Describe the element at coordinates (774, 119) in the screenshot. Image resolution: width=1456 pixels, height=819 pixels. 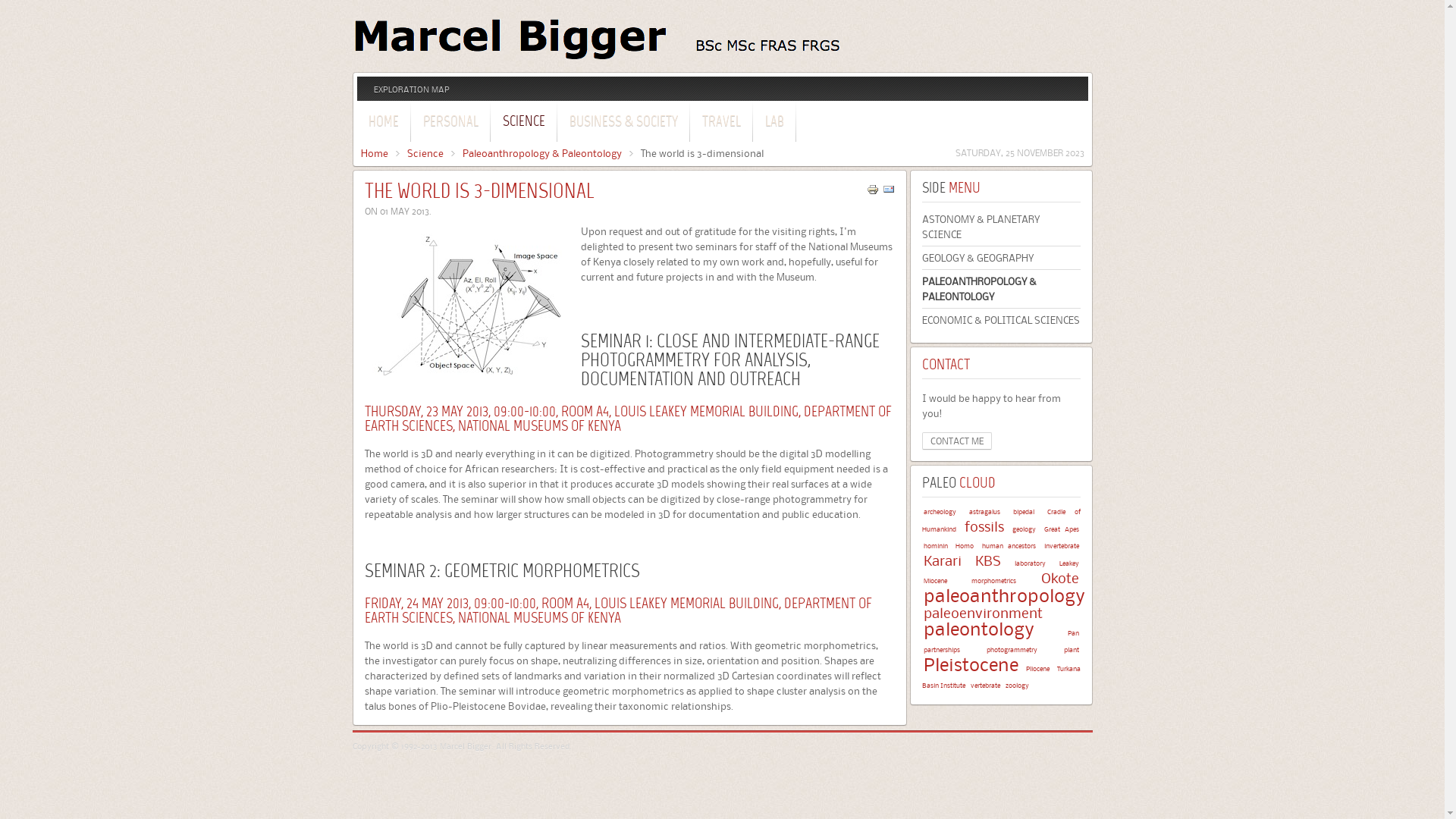
I see `'LAB'` at that location.